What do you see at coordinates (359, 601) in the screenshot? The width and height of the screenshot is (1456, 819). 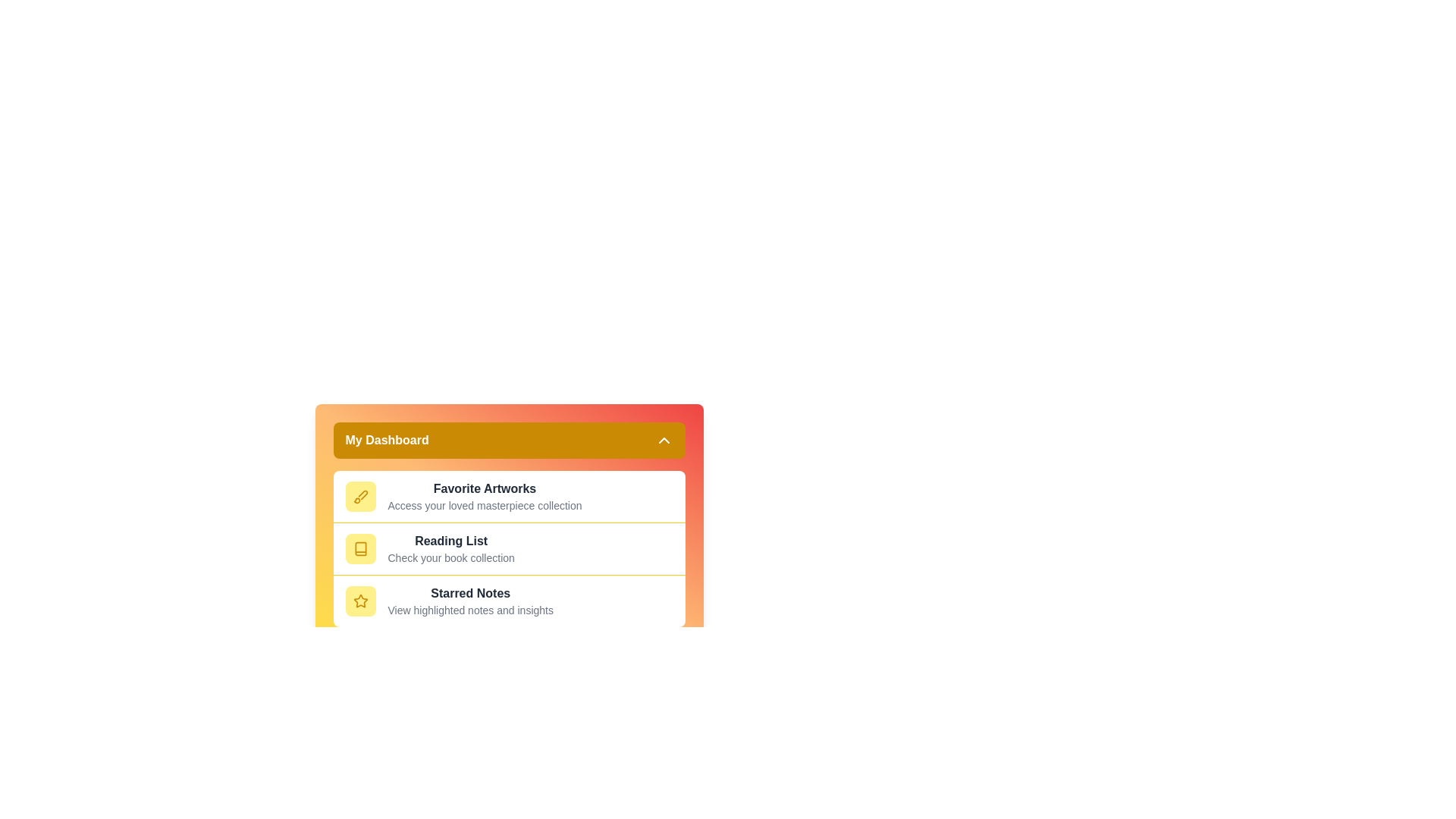 I see `the decorative star icon located at the bottom right of the 'Starred Notes' section in the dashboard, which indicates the significance of favorited notes` at bounding box center [359, 601].